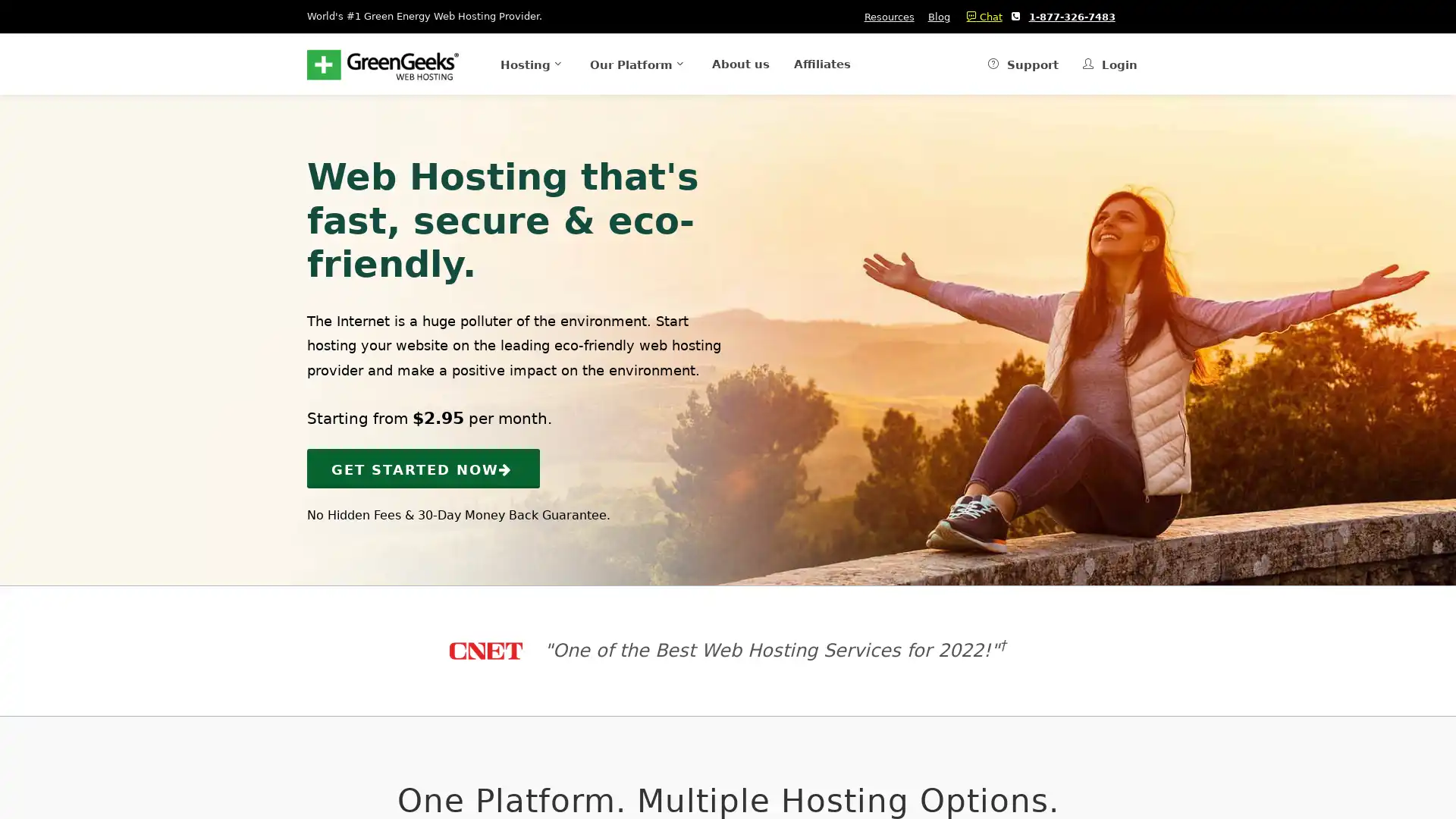 This screenshot has width=1456, height=819. Describe the element at coordinates (508, 63) in the screenshot. I see `Menu` at that location.